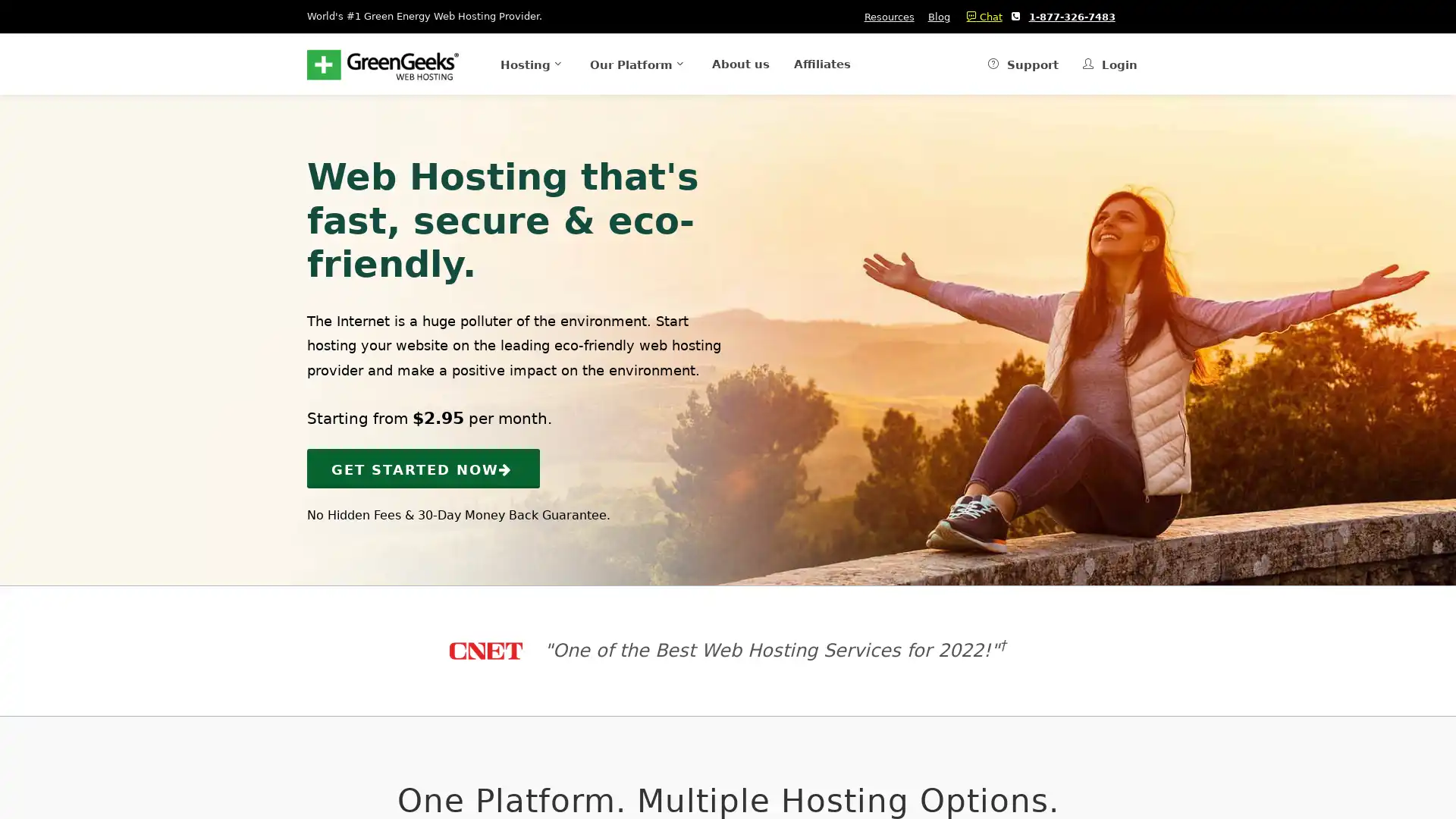 This screenshot has width=1456, height=819. Describe the element at coordinates (508, 63) in the screenshot. I see `Menu` at that location.